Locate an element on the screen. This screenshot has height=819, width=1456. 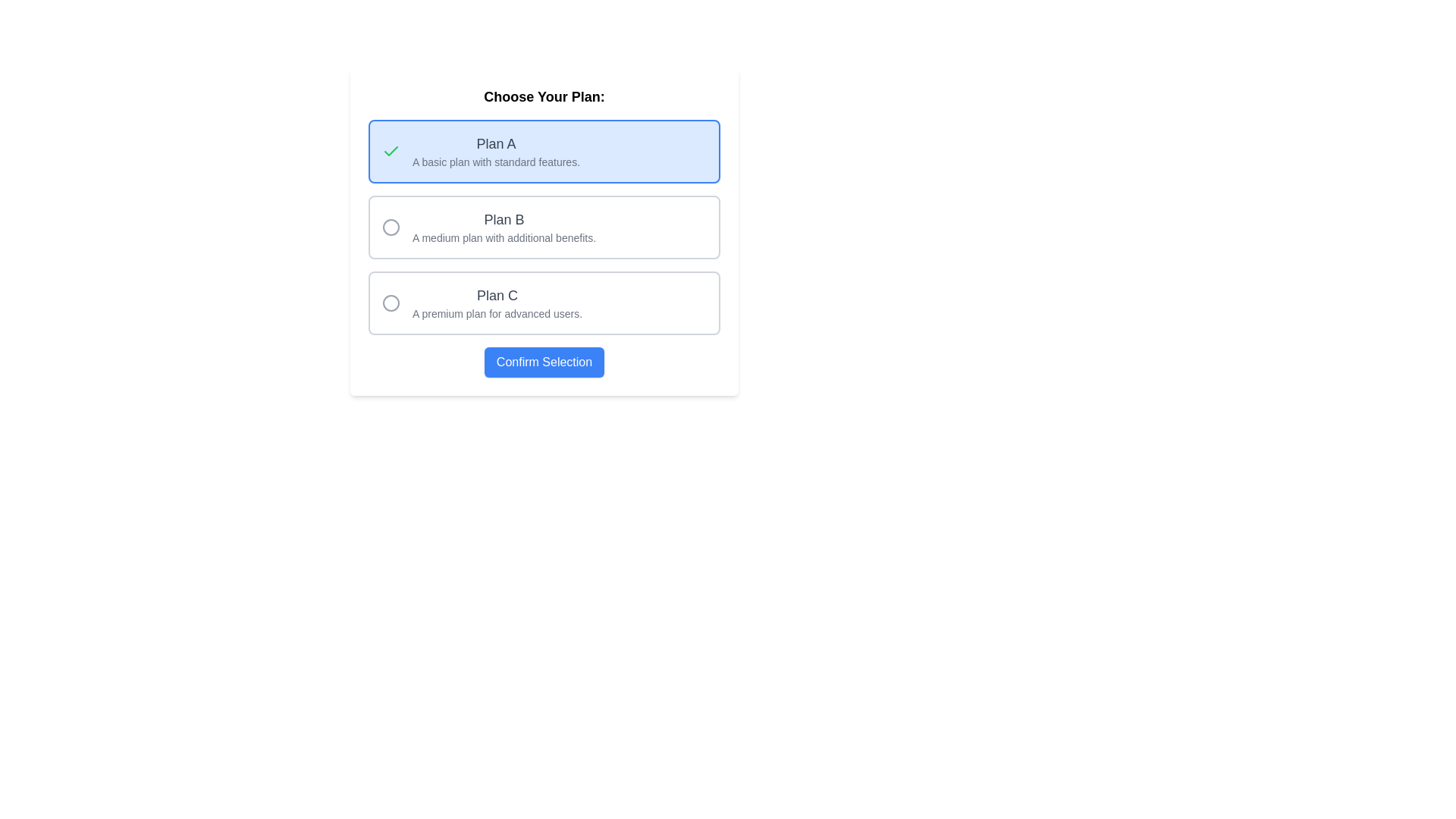
the rectangular button with a blue background and white text reading 'Confirm Selection' to confirm the selection is located at coordinates (544, 362).